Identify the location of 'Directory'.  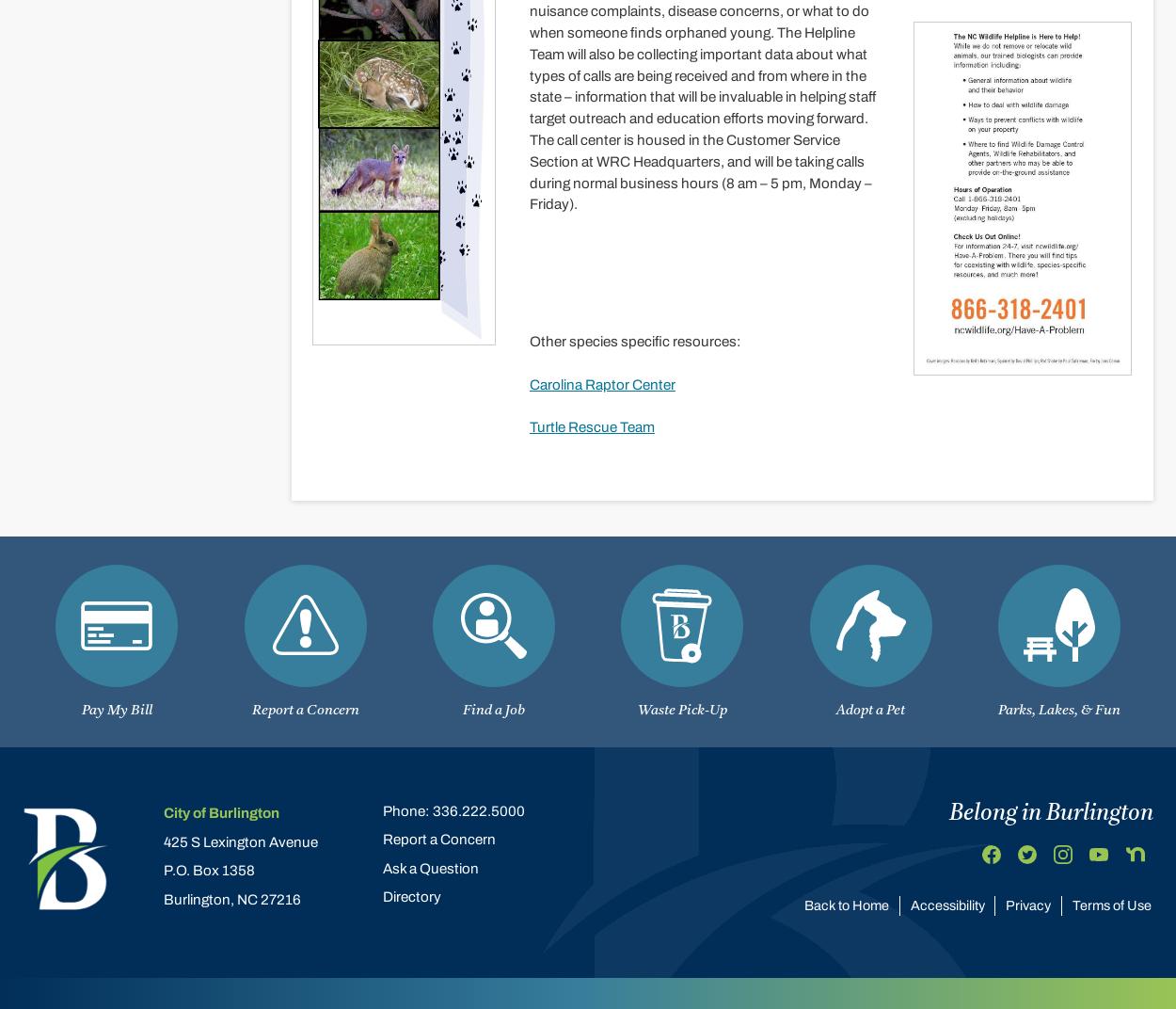
(412, 896).